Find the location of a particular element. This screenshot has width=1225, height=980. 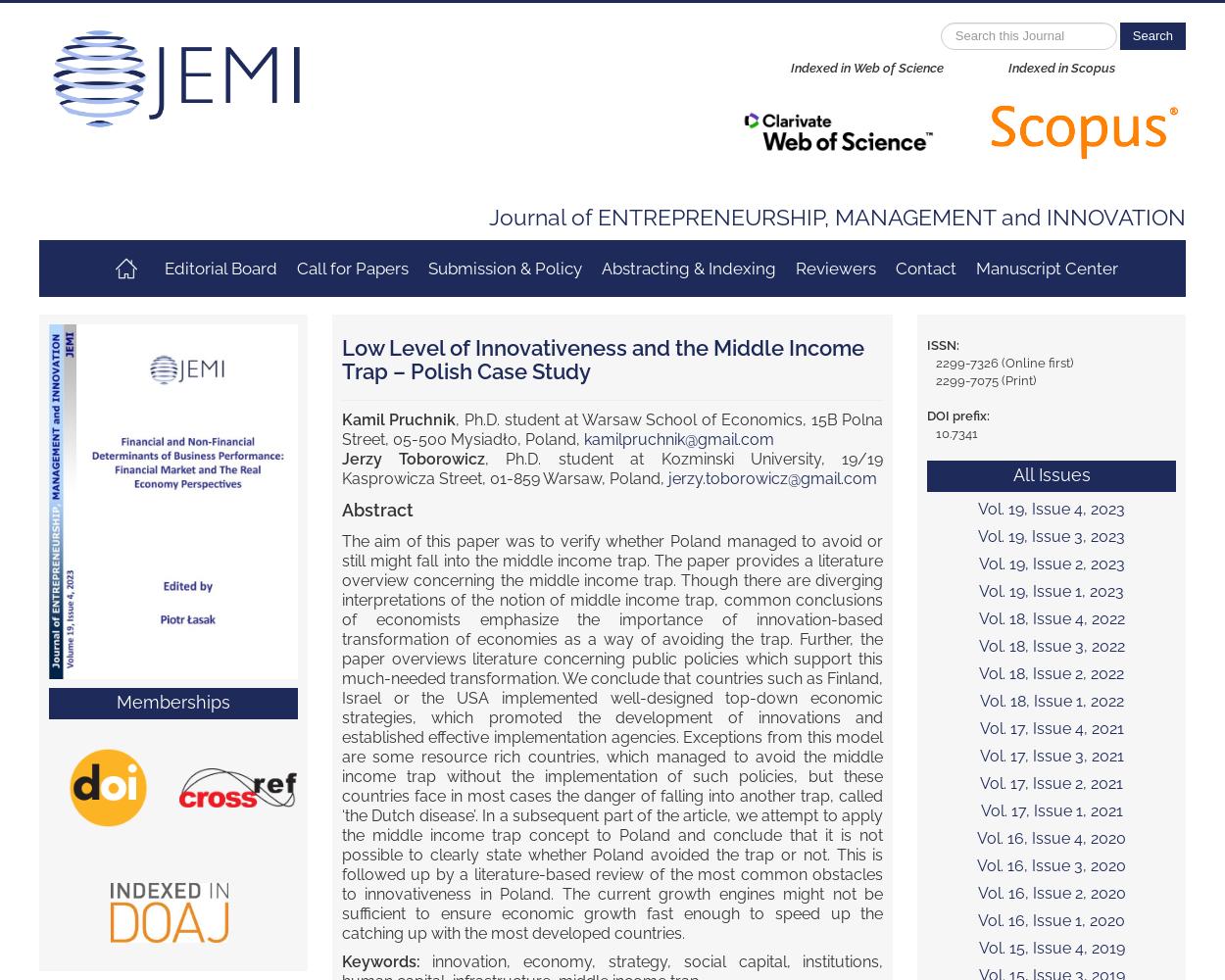

'Vol. 16, Issue 3, 2020' is located at coordinates (1051, 865).